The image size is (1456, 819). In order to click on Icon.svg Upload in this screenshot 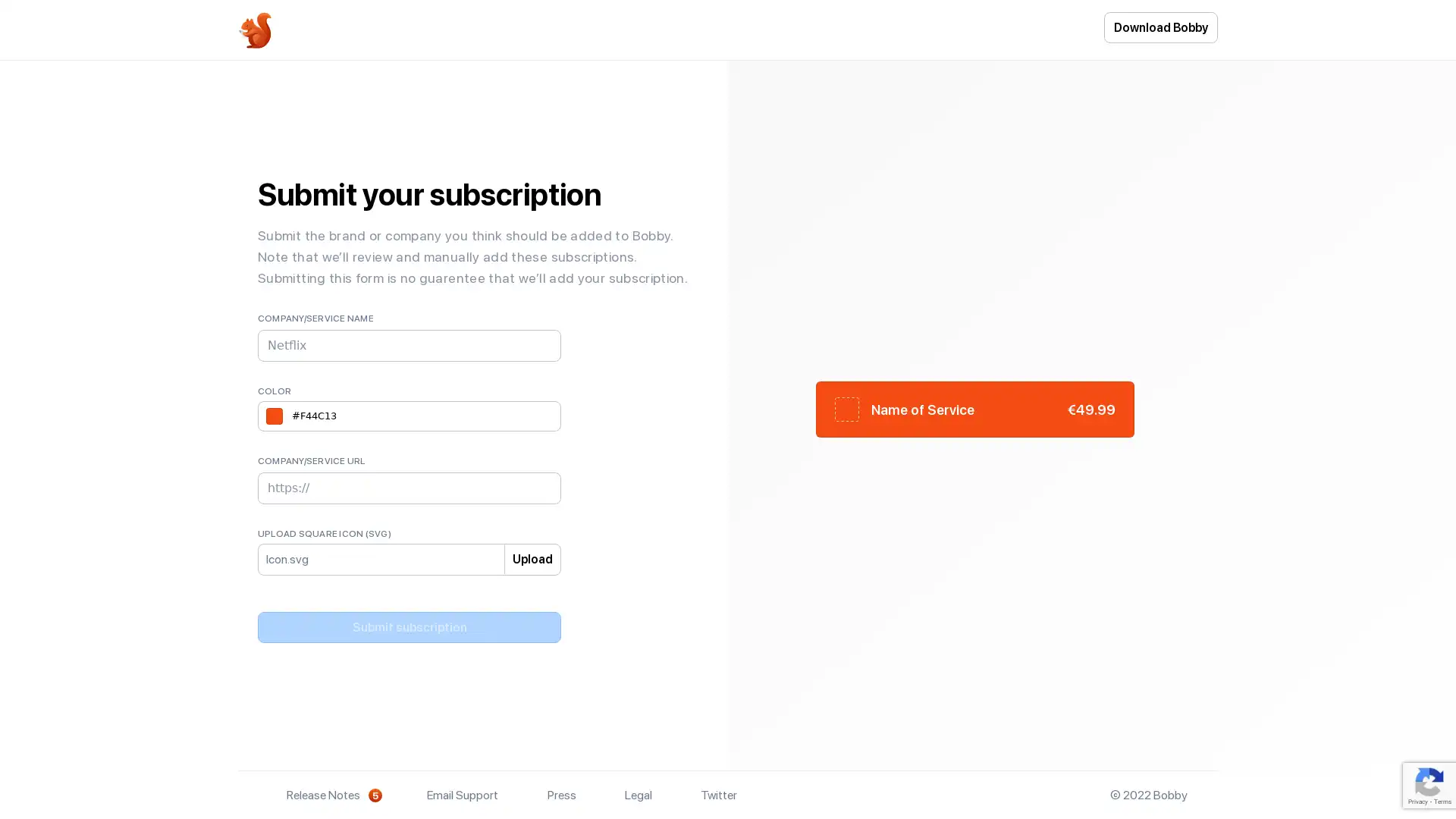, I will do `click(276, 559)`.